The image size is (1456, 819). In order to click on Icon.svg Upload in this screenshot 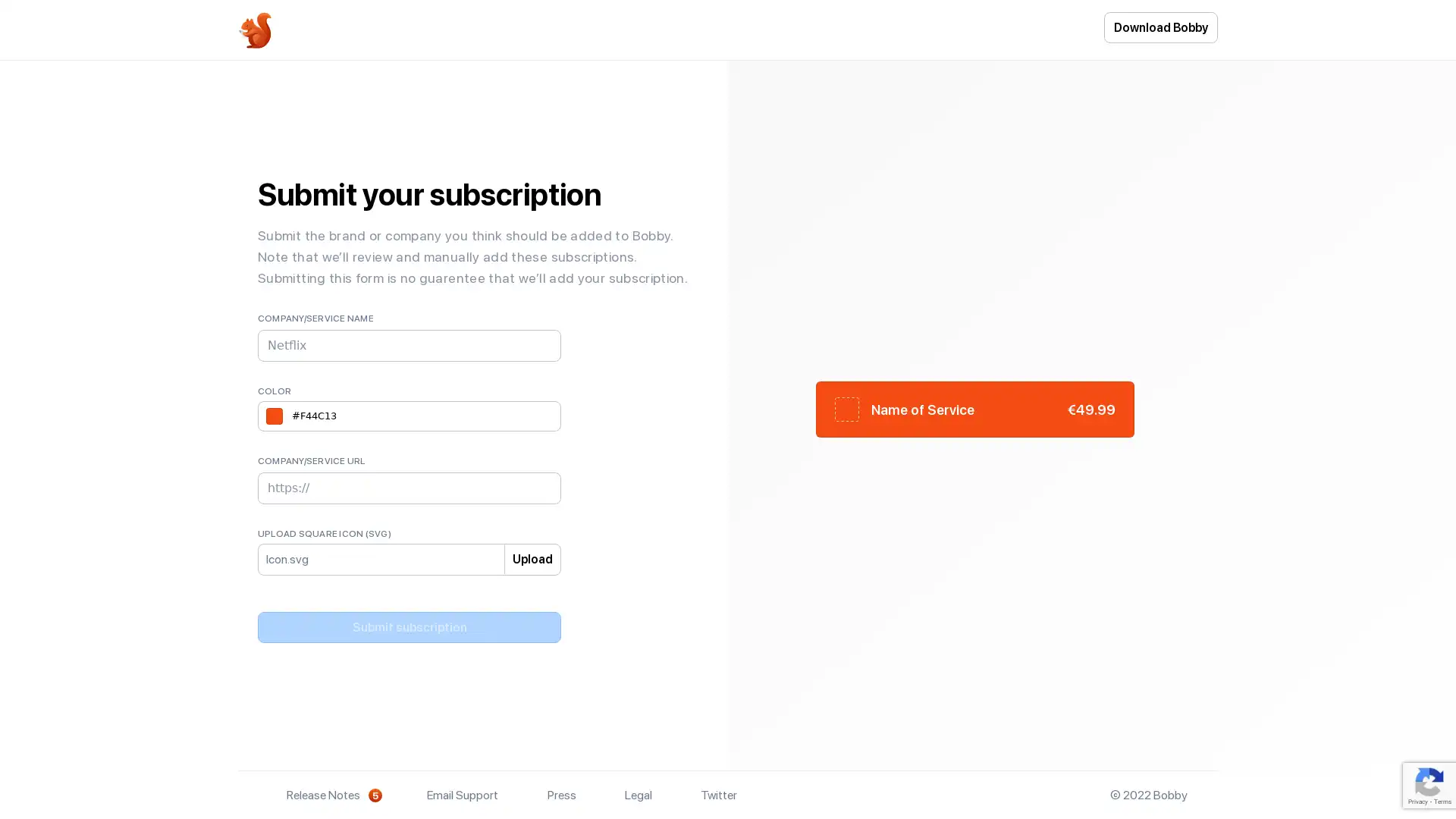, I will do `click(276, 559)`.